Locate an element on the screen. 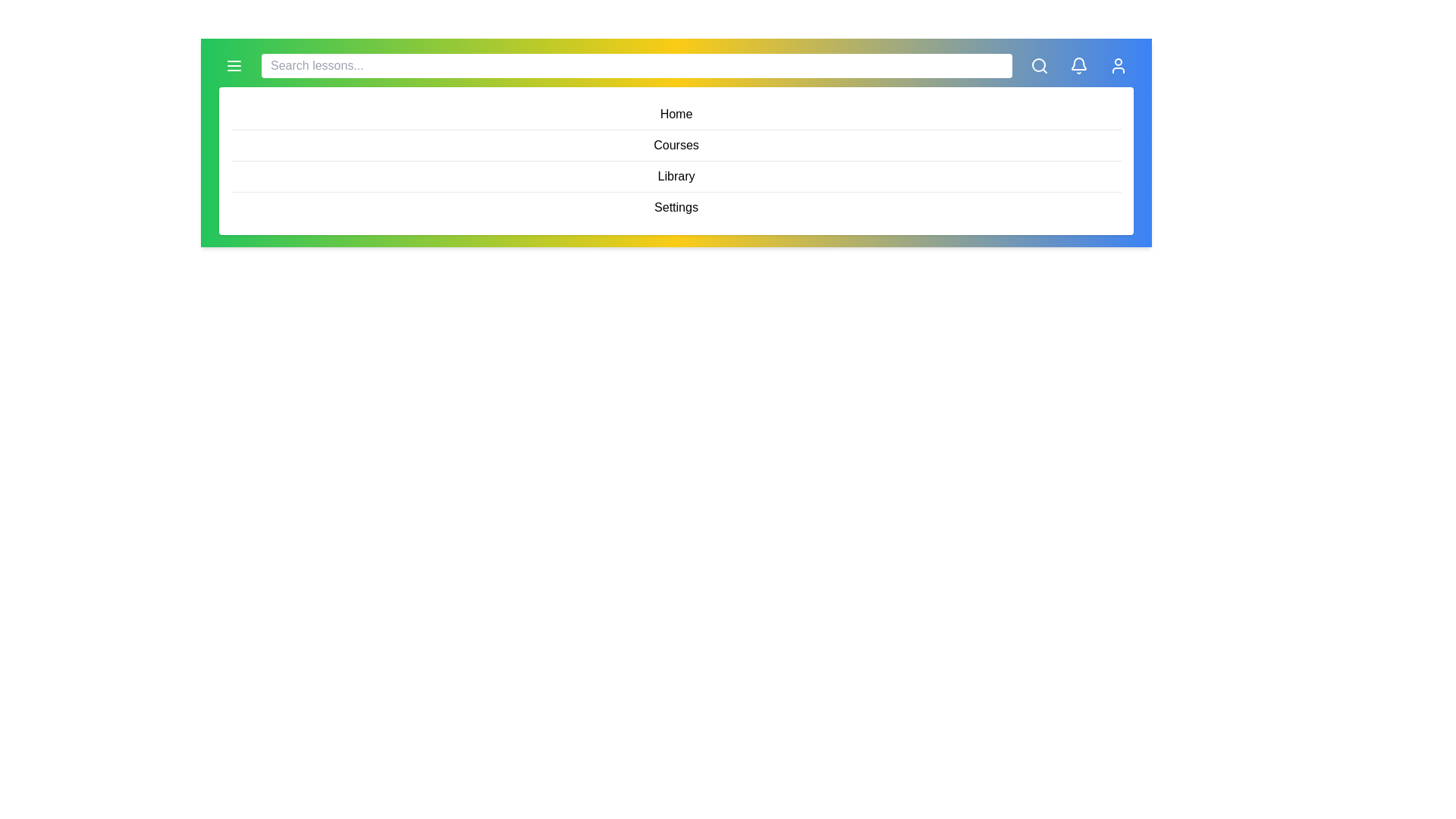  the search field to select its text is located at coordinates (637, 65).